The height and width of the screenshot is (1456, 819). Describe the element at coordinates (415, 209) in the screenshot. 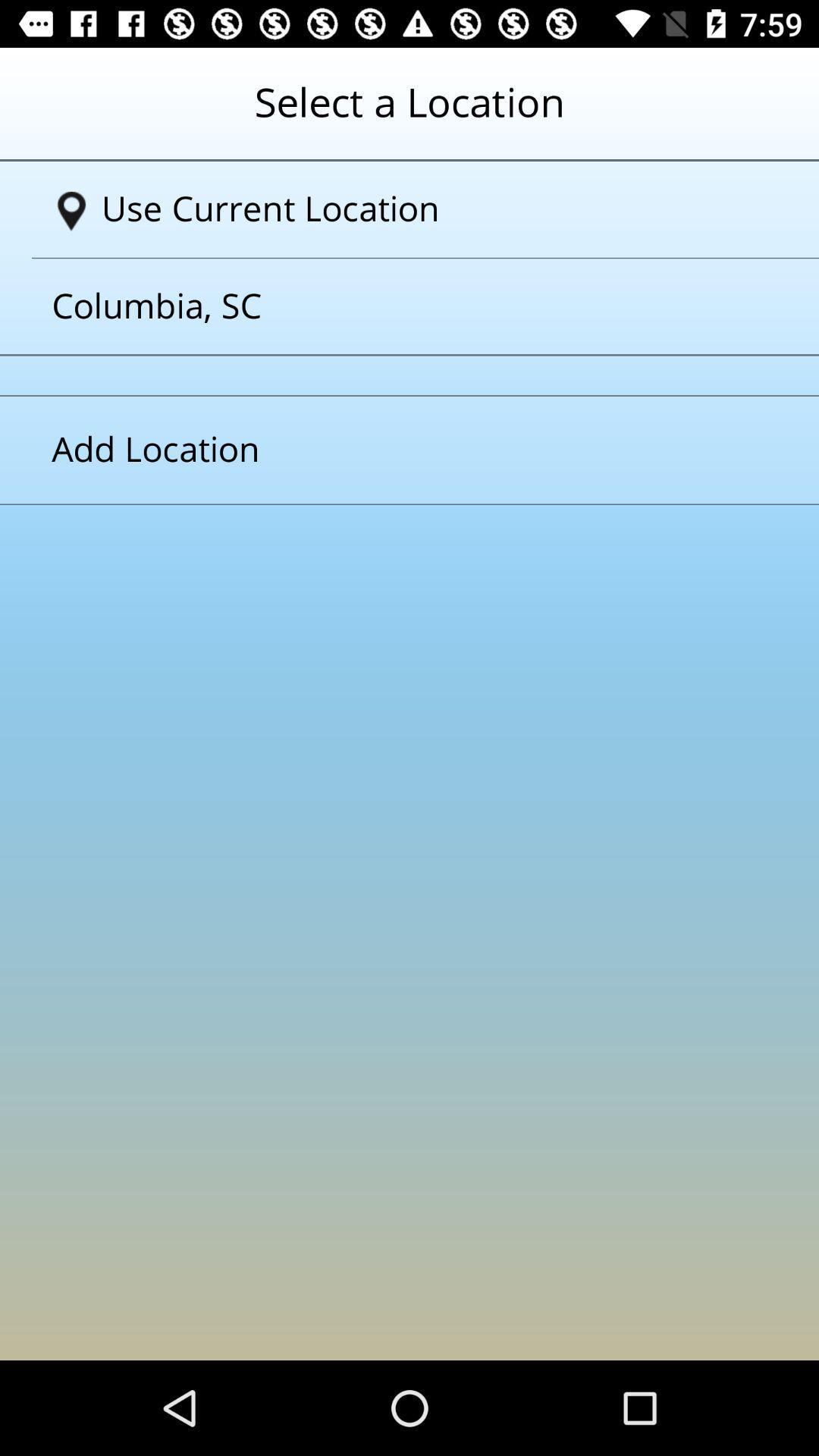

I see `text below the text select a location` at that location.